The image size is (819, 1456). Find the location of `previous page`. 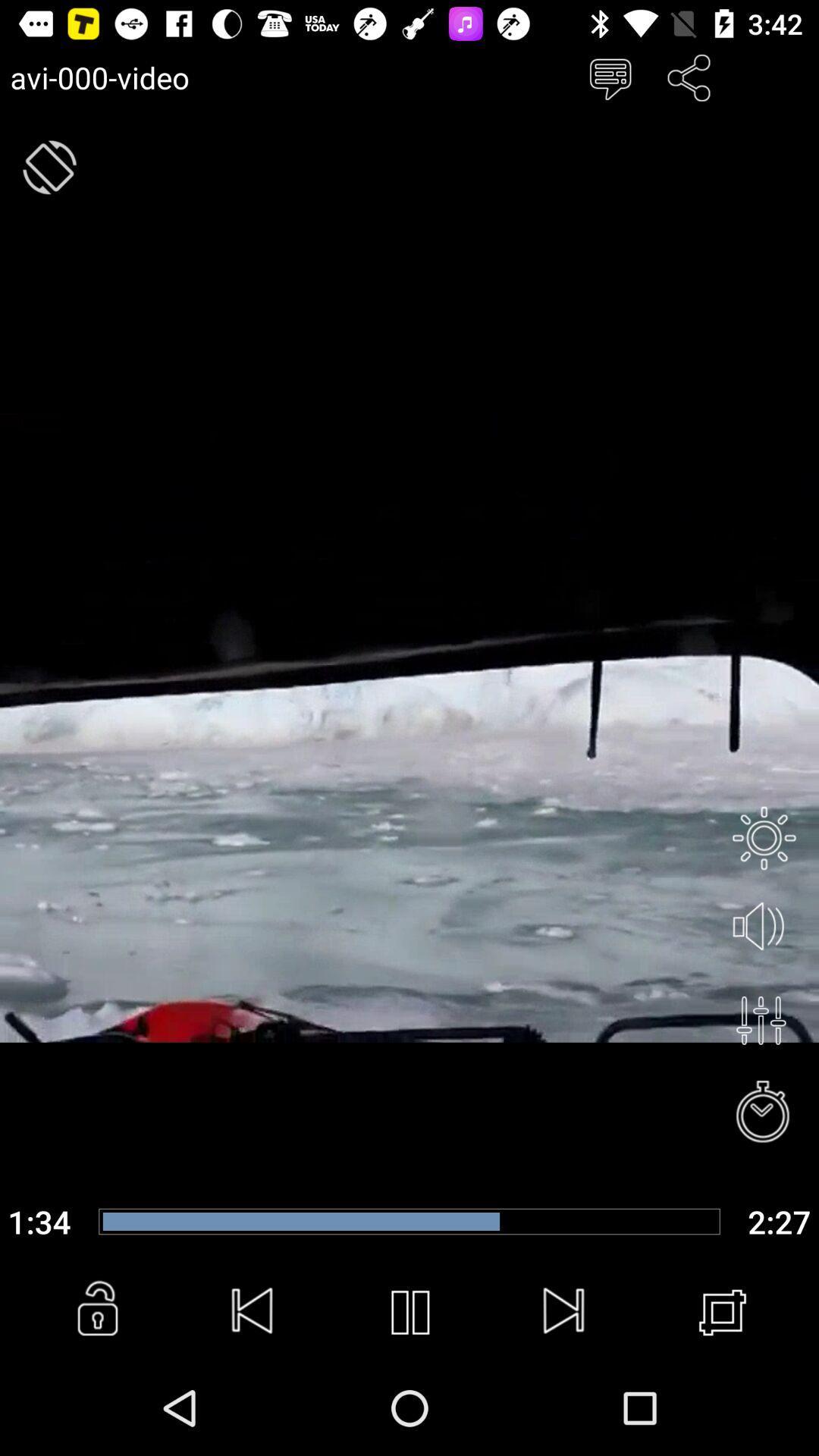

previous page is located at coordinates (253, 1312).